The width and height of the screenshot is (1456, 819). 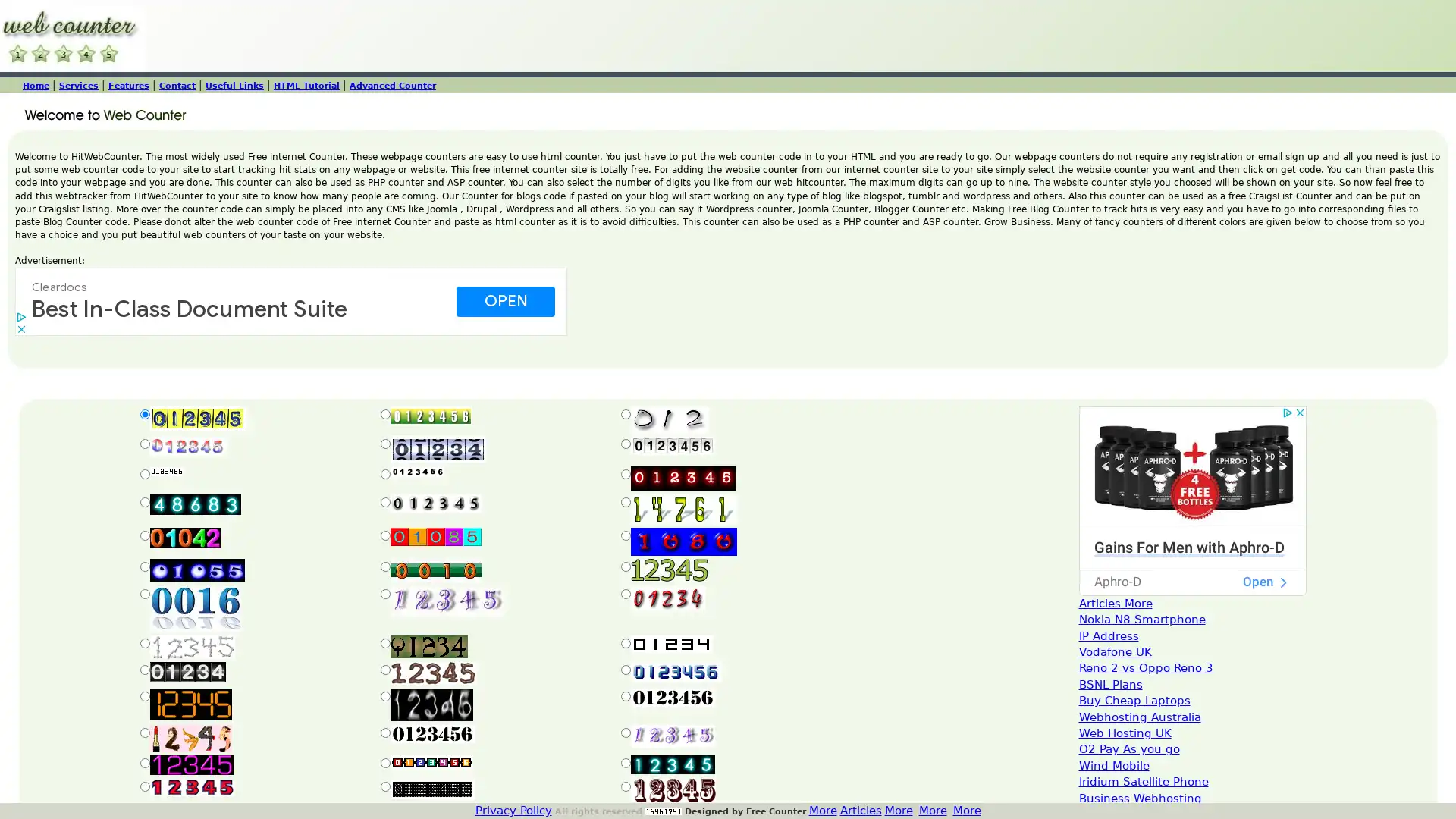 What do you see at coordinates (184, 536) in the screenshot?
I see `Submit` at bounding box center [184, 536].